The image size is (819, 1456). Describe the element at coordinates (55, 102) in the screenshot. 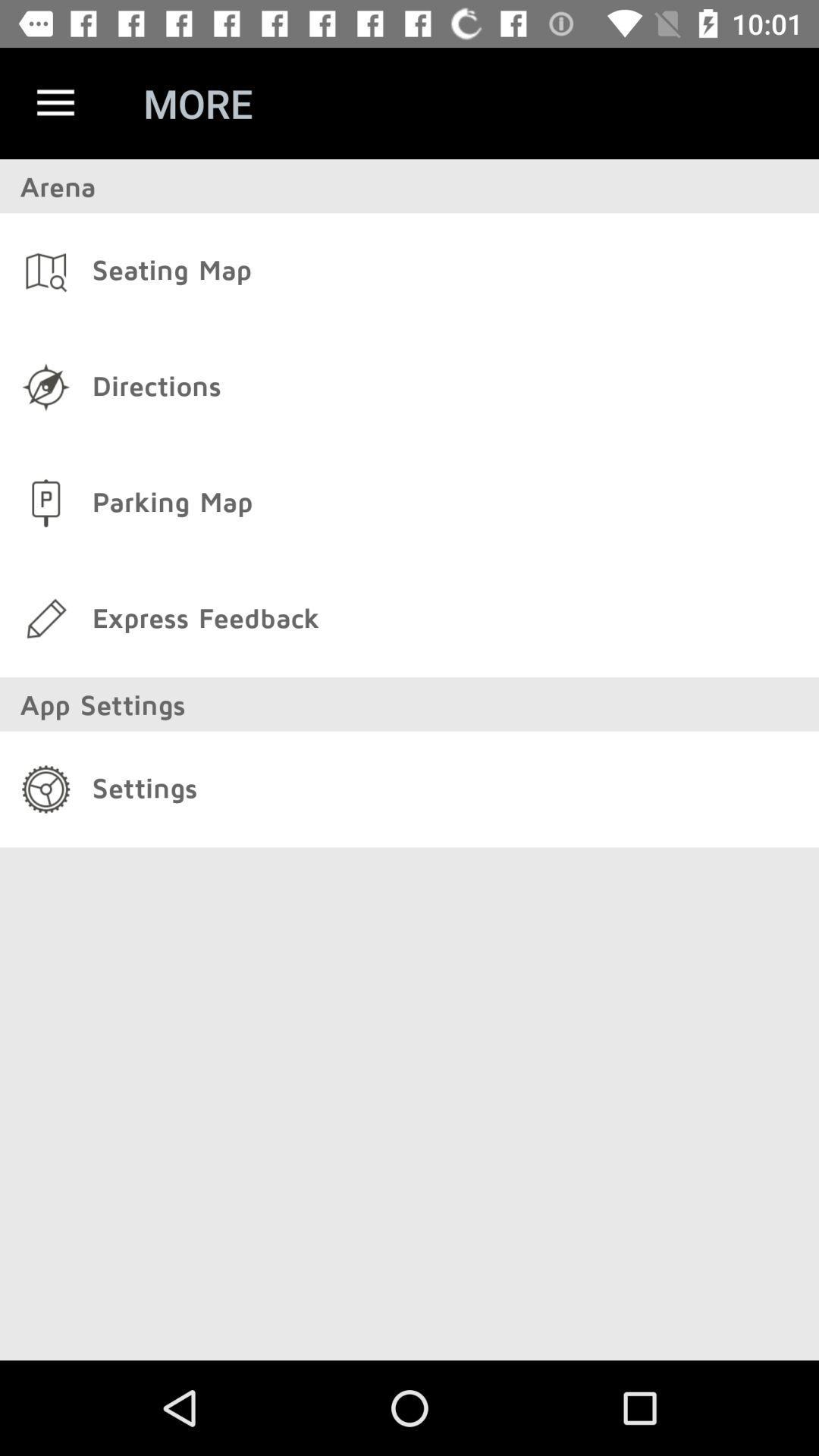

I see `the icon above the arena item` at that location.